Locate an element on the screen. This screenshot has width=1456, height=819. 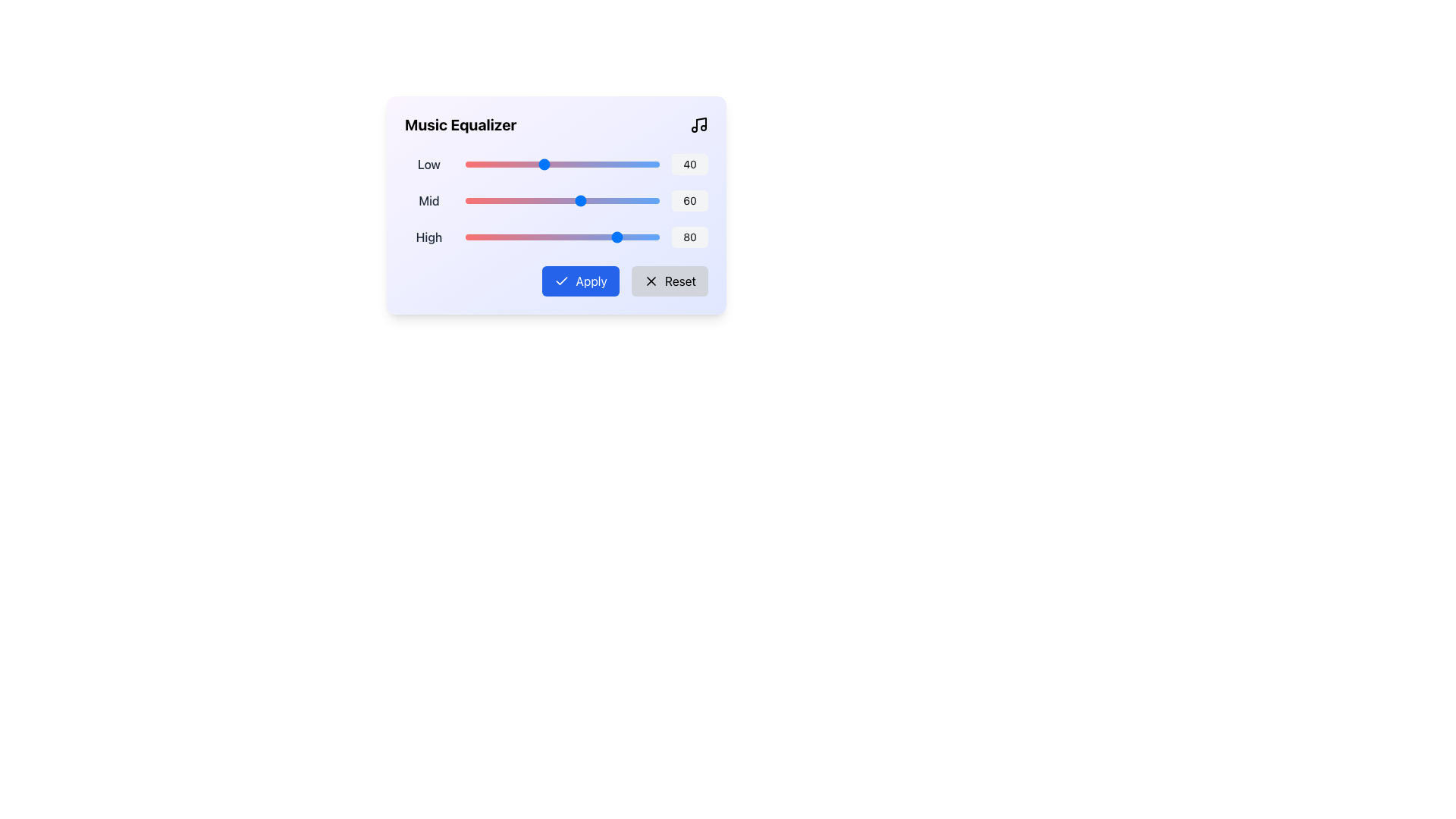
the minimalistic check icon, which is a blue button icon located to the left of the 'Apply' label is located at coordinates (561, 281).